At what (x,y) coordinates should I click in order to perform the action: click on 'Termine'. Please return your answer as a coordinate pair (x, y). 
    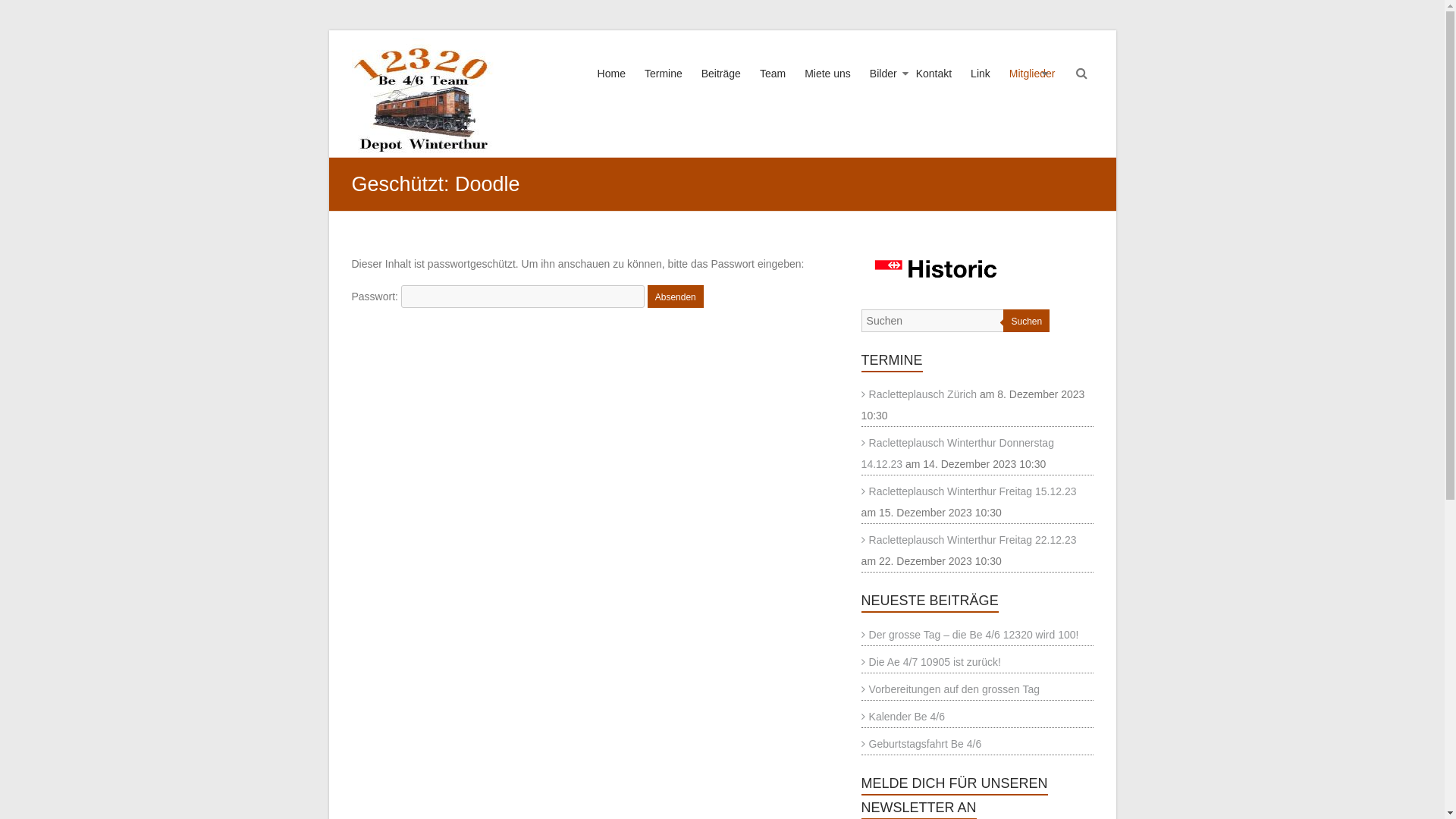
    Looking at the image, I should click on (663, 87).